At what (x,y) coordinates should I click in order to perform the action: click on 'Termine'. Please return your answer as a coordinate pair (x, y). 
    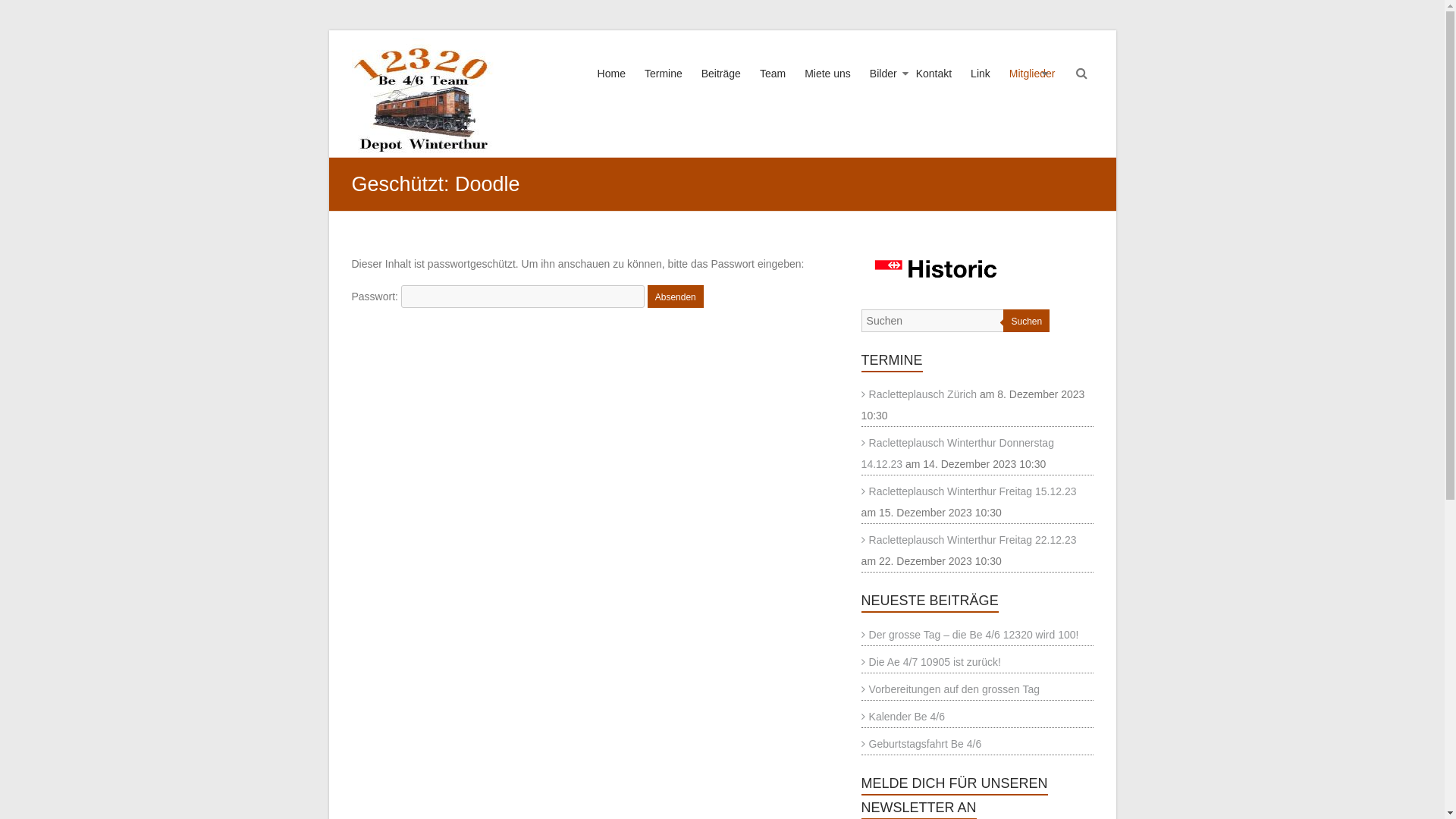
    Looking at the image, I should click on (663, 87).